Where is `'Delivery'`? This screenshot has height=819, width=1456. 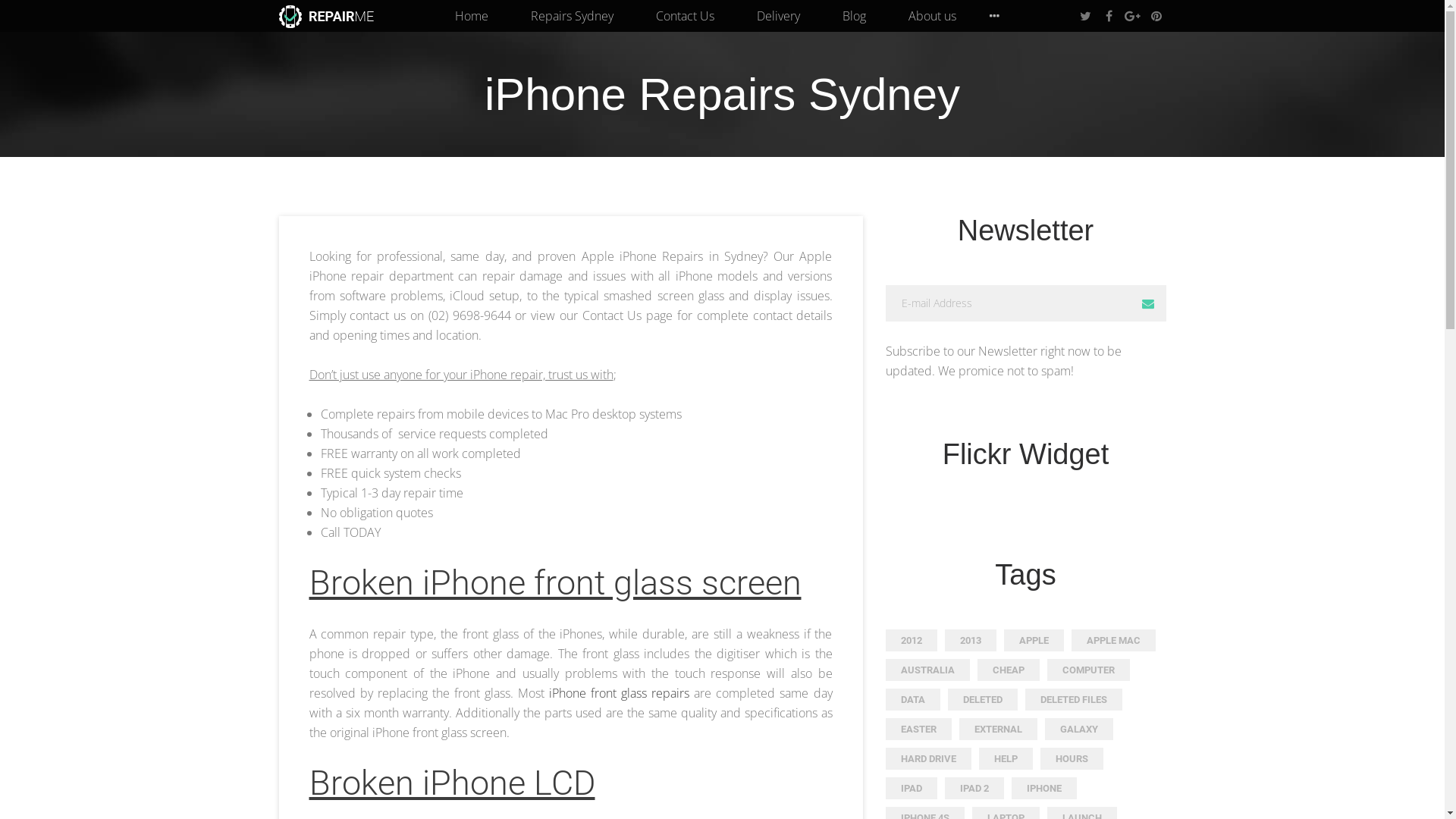 'Delivery' is located at coordinates (735, 15).